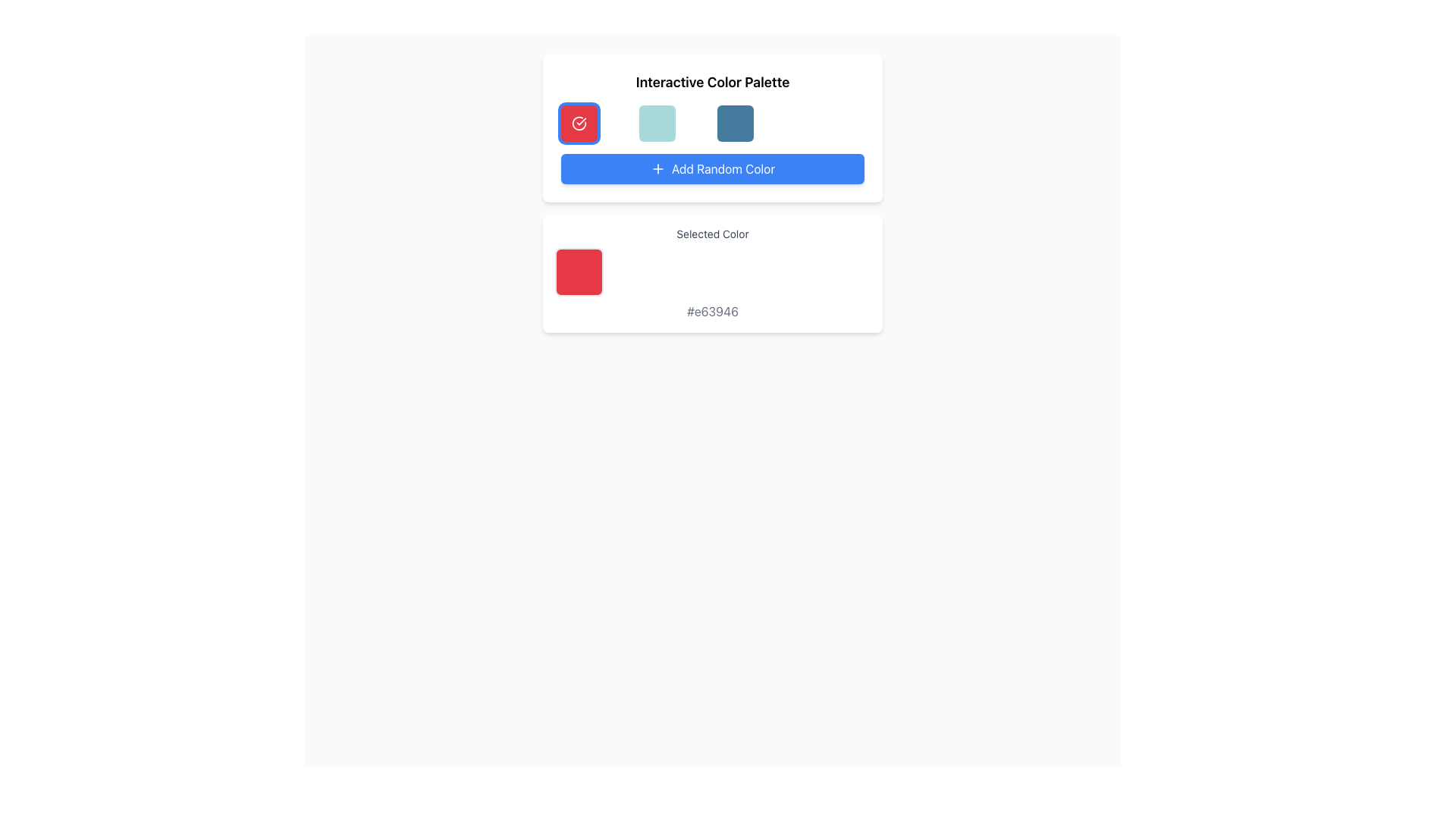  What do you see at coordinates (712, 169) in the screenshot?
I see `the blue rectangular button labeled 'Add Random Color'` at bounding box center [712, 169].